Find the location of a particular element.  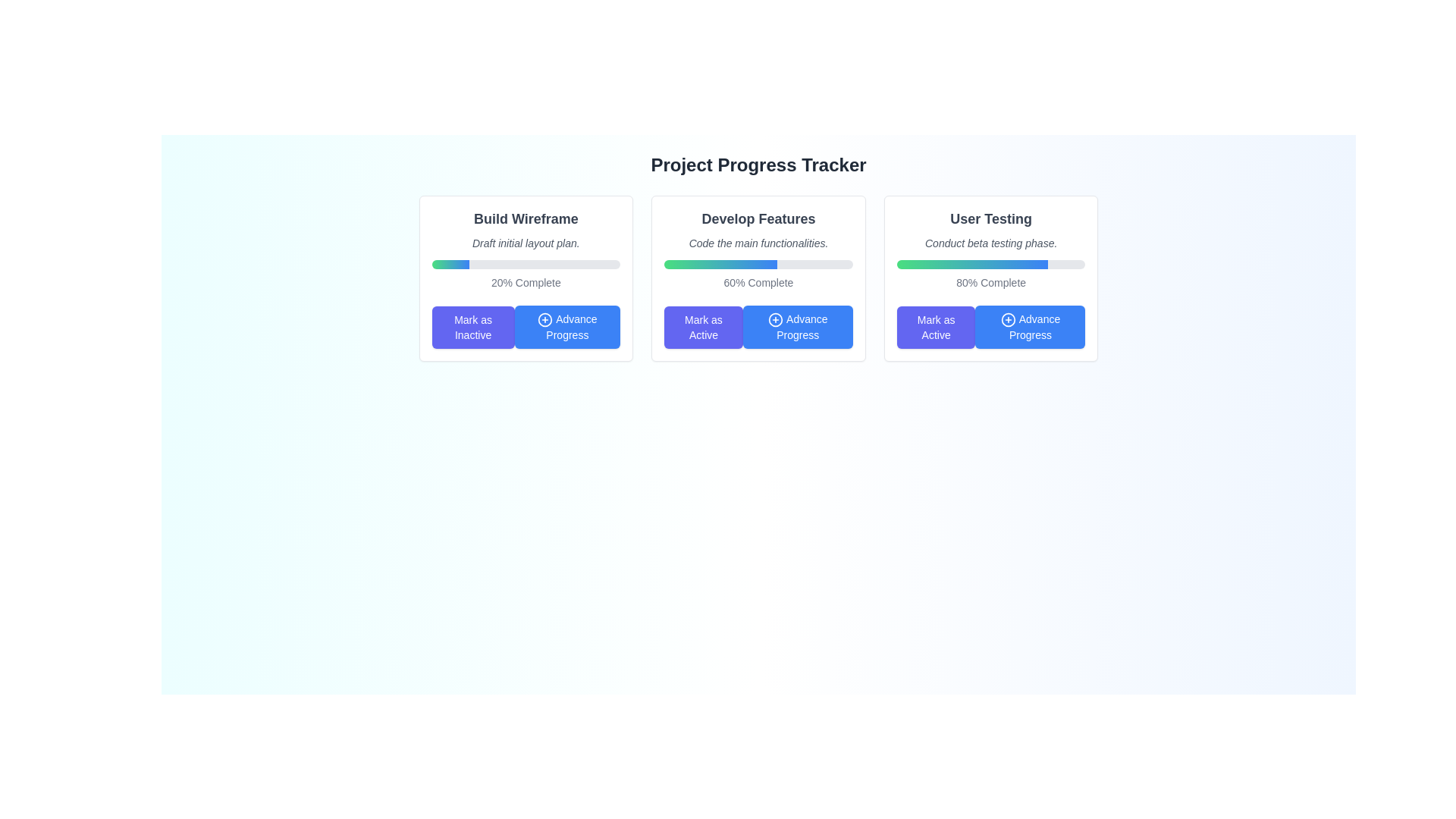

the first button under the 'Build Wireframe' section is located at coordinates (472, 326).